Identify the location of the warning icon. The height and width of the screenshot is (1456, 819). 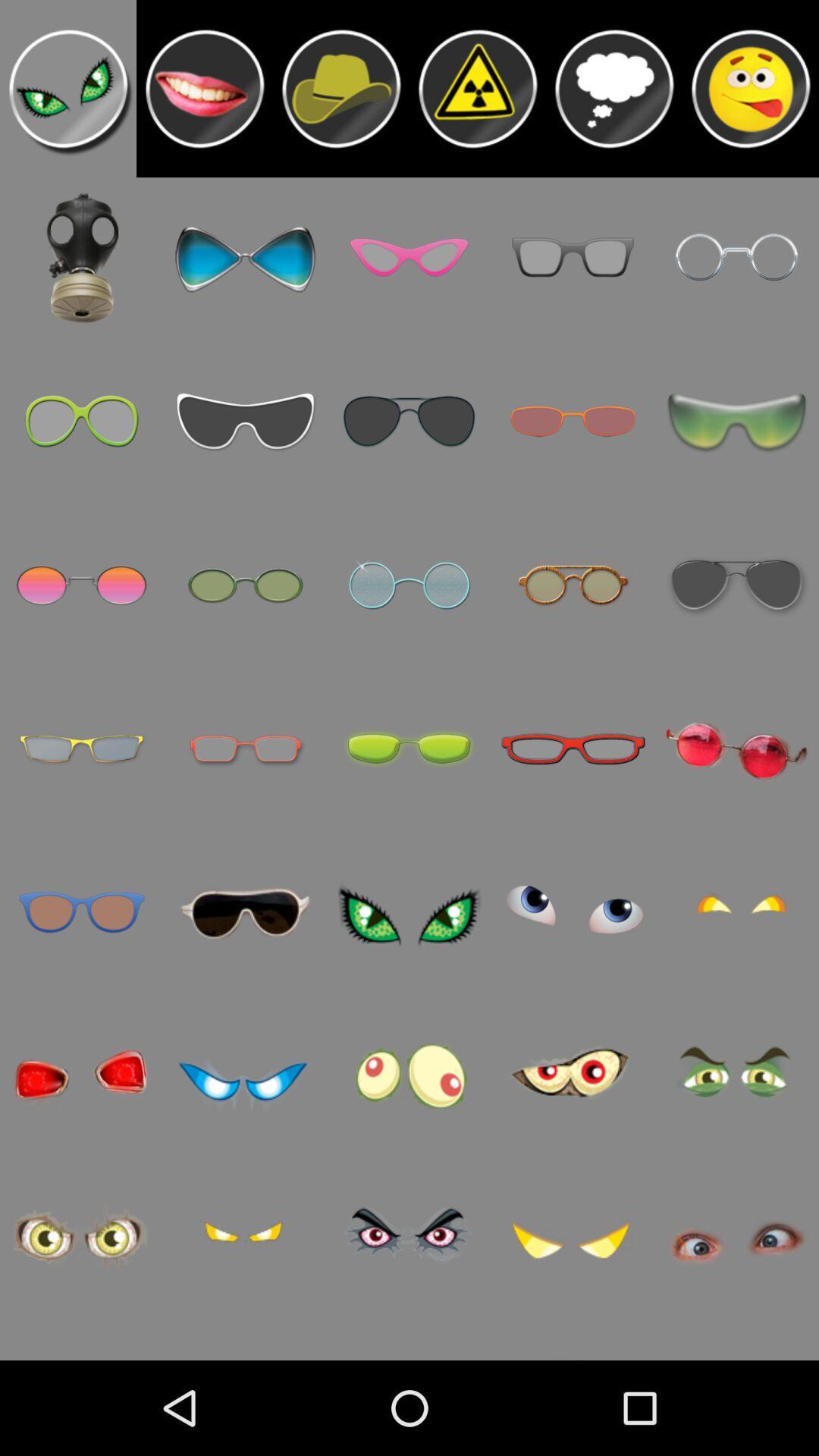
(476, 94).